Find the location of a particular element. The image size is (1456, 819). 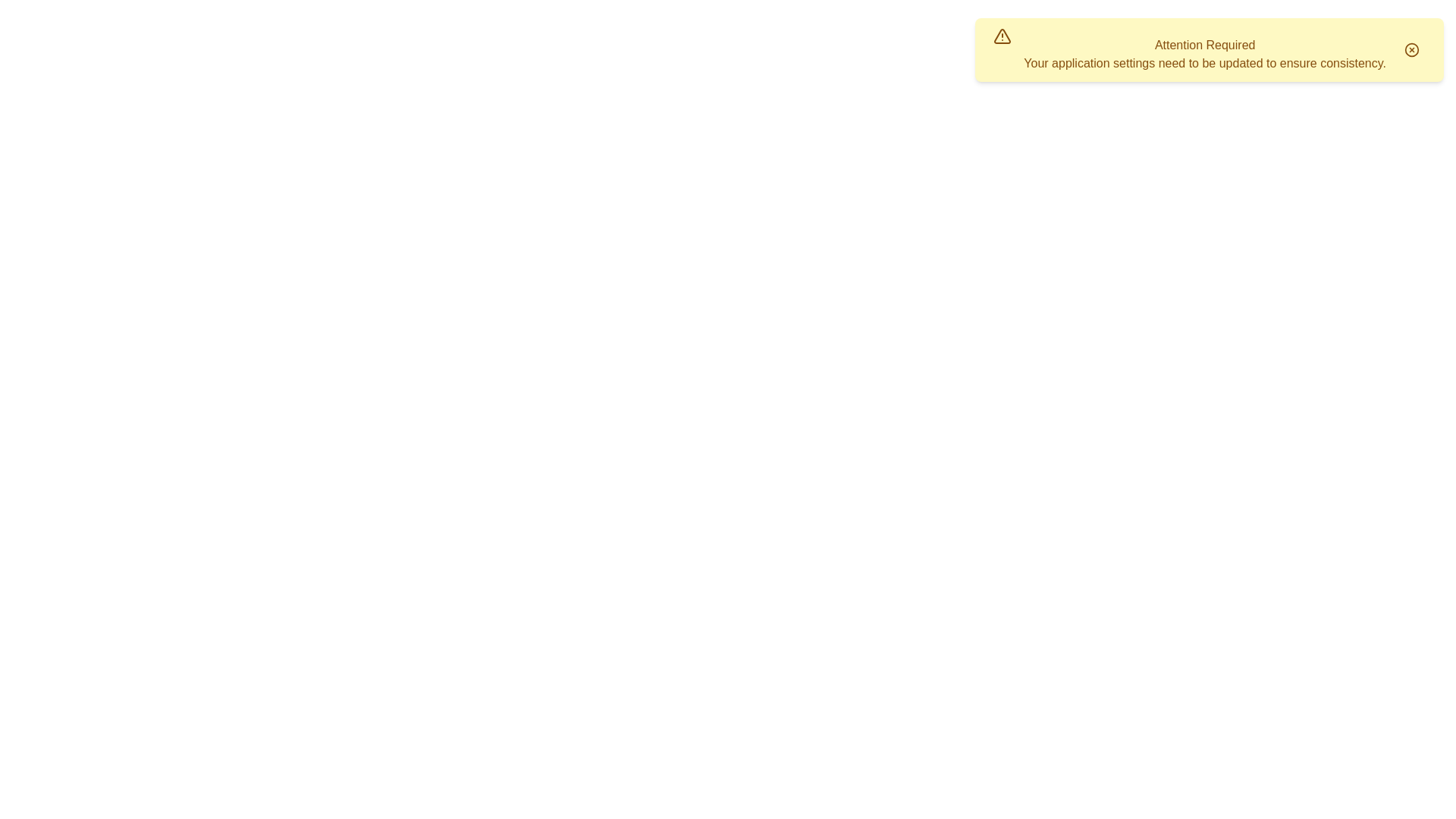

the triangular warning icon located in the top-right corner of the yellow notification banner, which indicates that application settings need to be updated is located at coordinates (1003, 35).